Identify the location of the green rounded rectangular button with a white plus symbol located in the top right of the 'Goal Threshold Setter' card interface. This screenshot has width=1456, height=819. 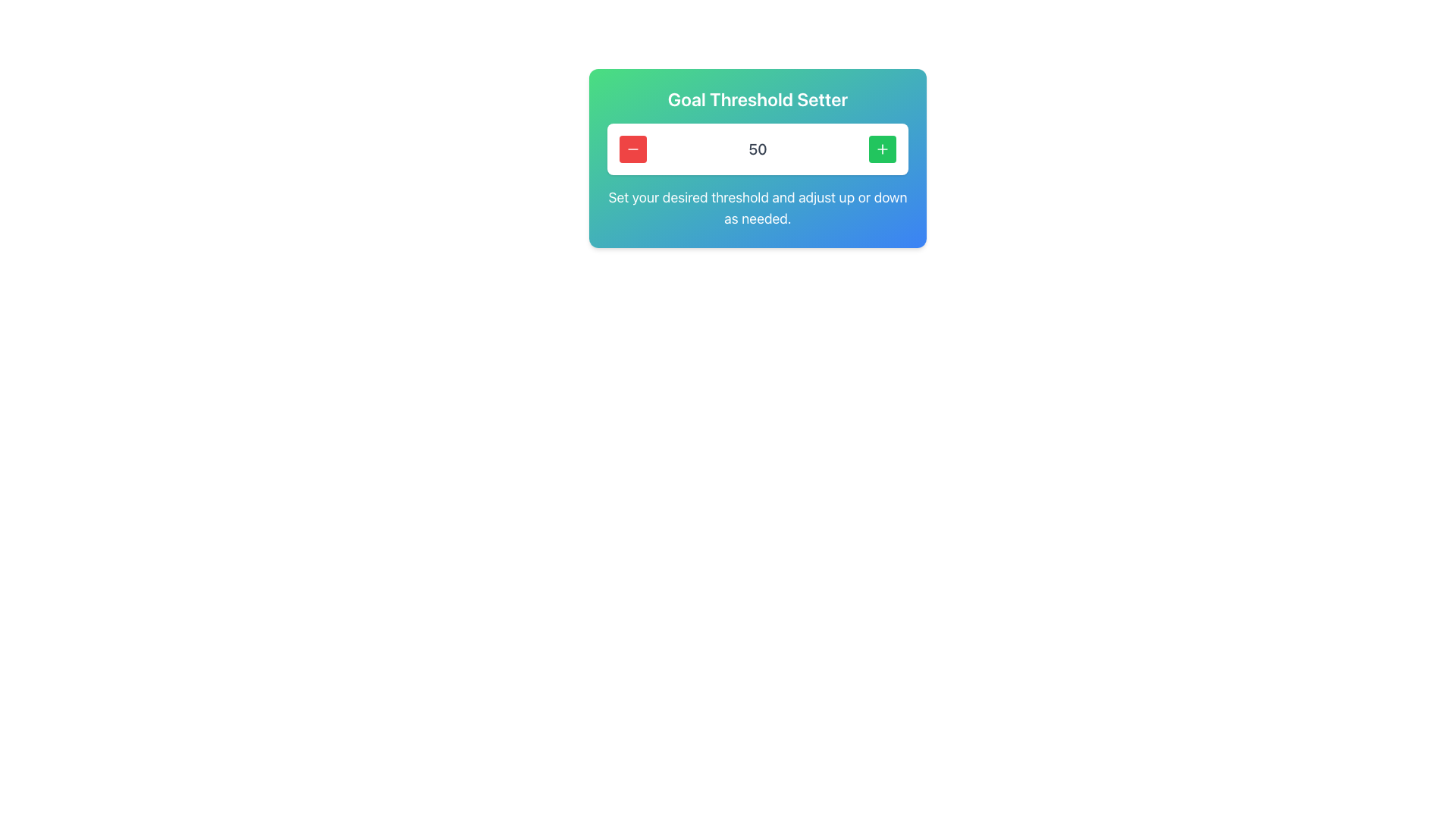
(882, 149).